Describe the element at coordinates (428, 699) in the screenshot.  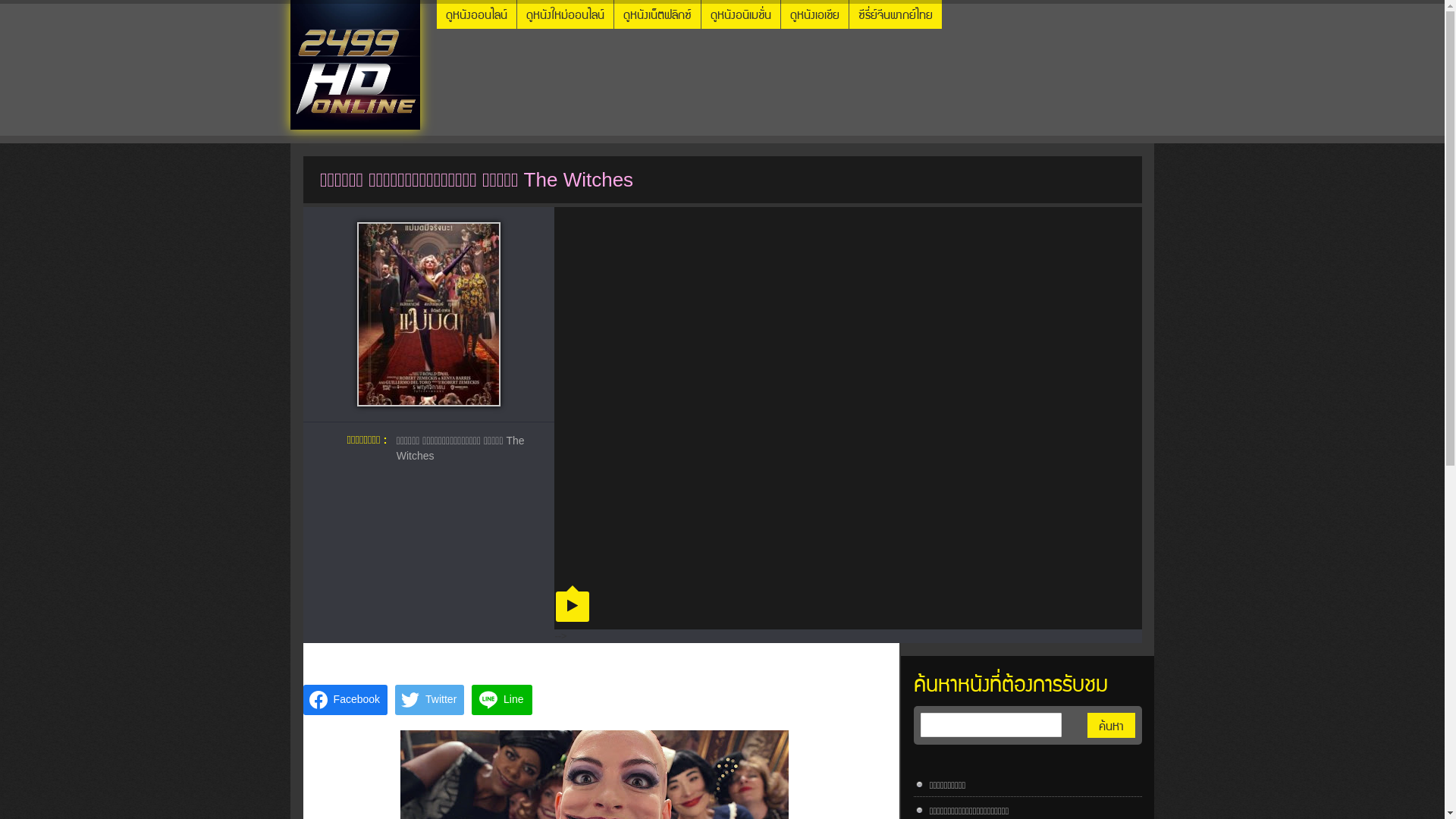
I see `'Twitter'` at that location.